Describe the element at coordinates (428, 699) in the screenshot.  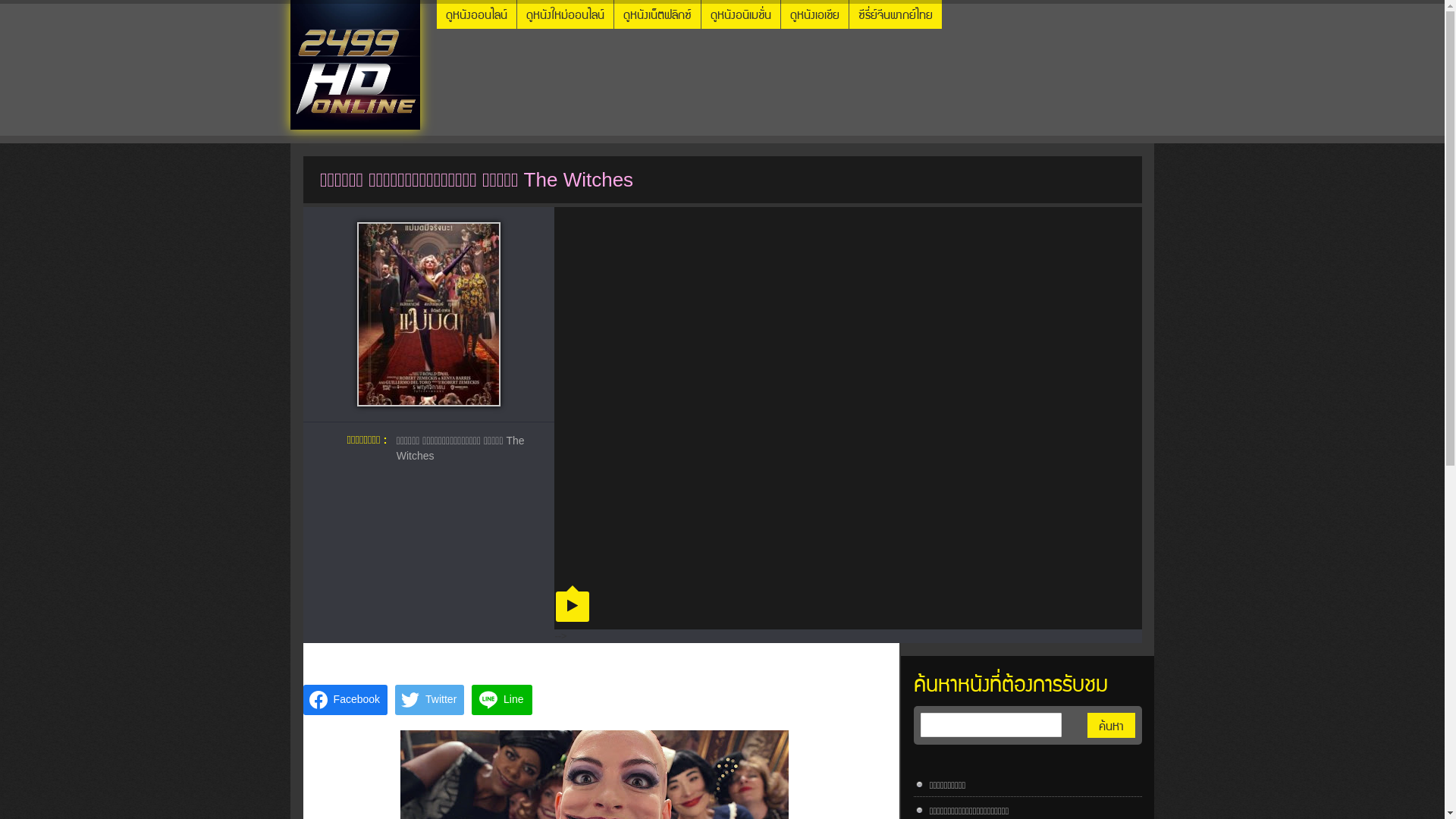
I see `'Twitter'` at that location.